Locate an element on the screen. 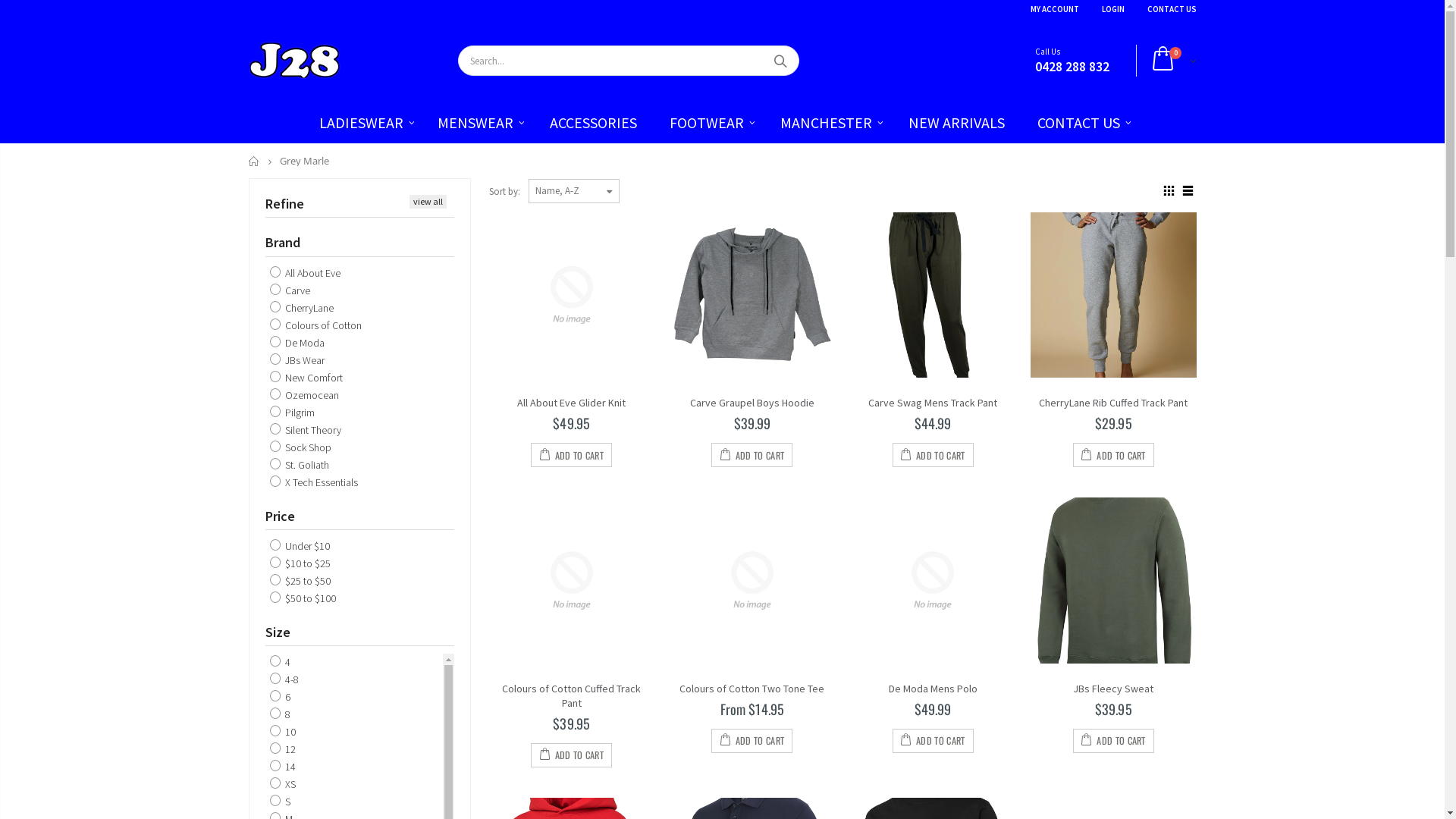 This screenshot has width=1456, height=819. '$50 to $100' is located at coordinates (303, 598).